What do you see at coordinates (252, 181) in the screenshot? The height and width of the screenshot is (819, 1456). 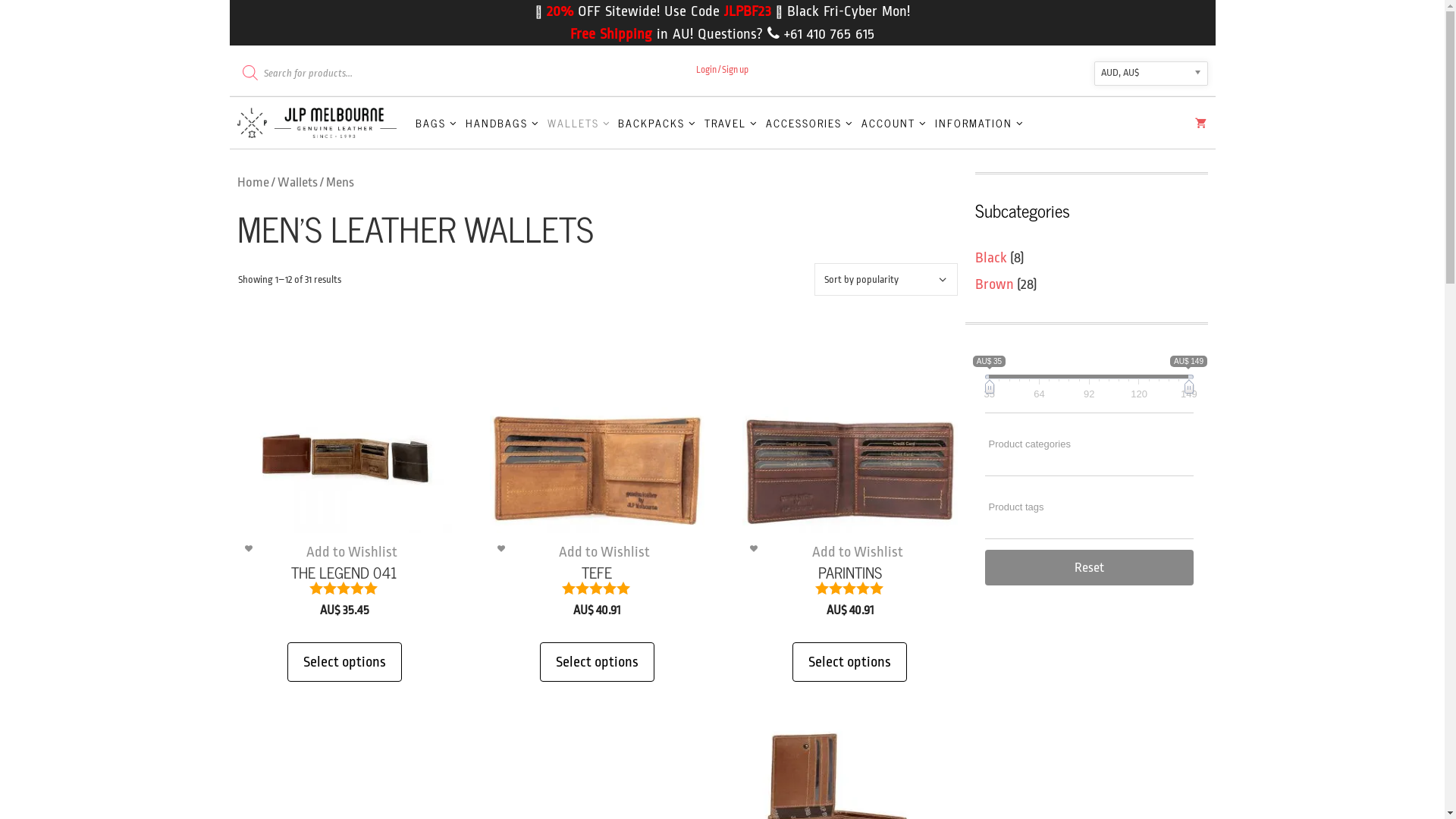 I see `'Home'` at bounding box center [252, 181].